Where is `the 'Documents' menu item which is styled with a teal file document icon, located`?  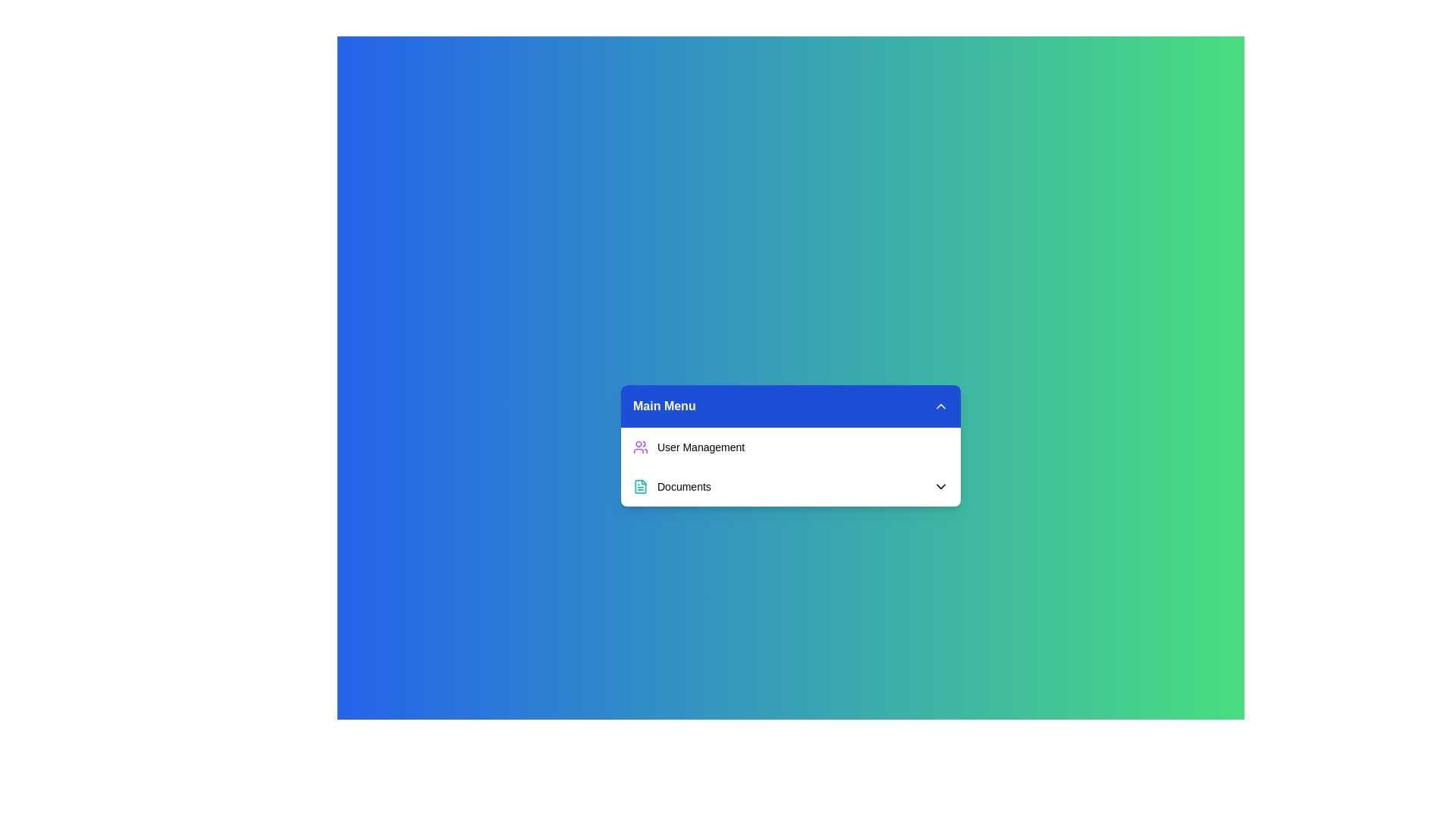
the 'Documents' menu item which is styled with a teal file document icon, located is located at coordinates (671, 486).